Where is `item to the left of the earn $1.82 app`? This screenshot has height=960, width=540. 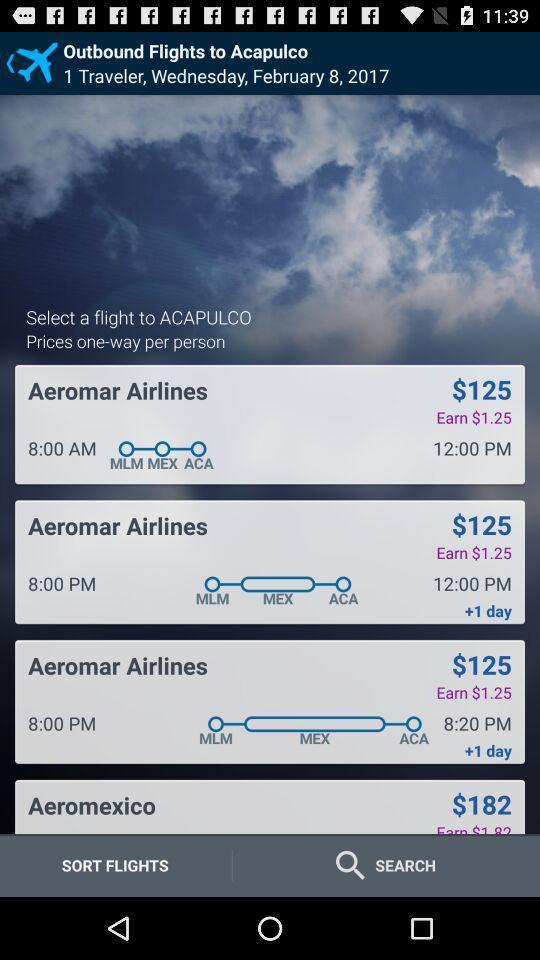
item to the left of the earn $1.82 app is located at coordinates (91, 805).